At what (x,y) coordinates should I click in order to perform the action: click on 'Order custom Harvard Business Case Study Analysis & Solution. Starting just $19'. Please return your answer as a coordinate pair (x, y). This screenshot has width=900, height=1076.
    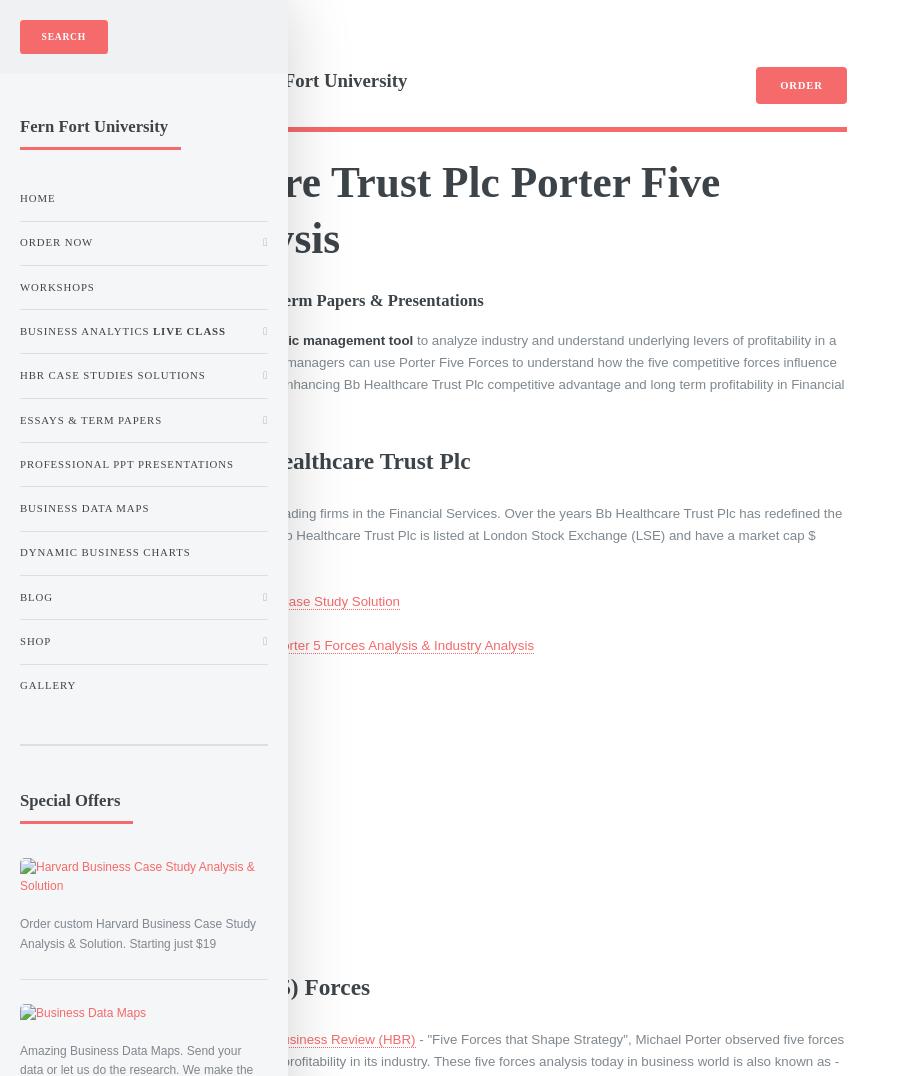
    Looking at the image, I should click on (137, 932).